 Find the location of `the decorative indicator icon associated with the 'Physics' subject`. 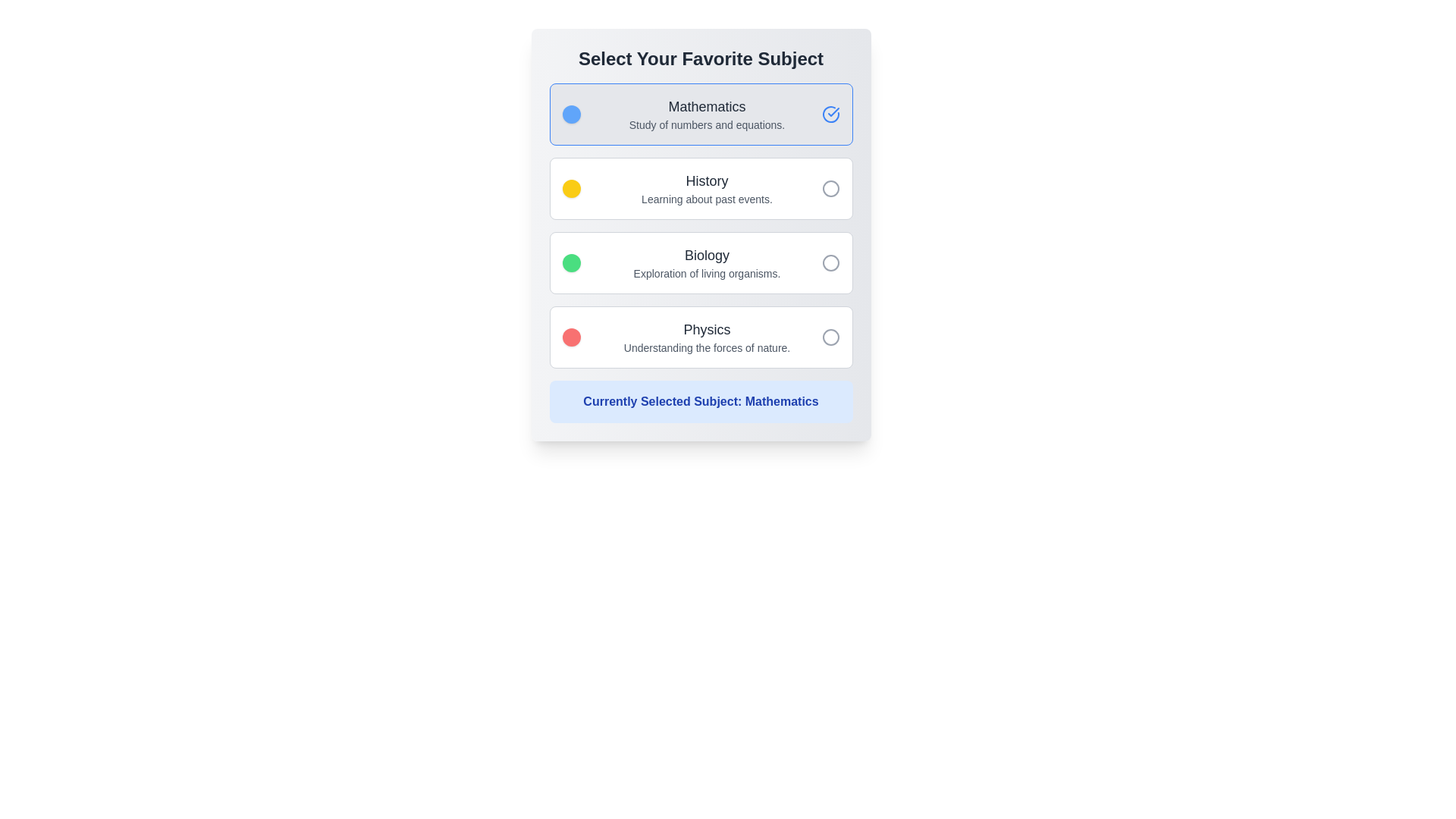

the decorative indicator icon associated with the 'Physics' subject is located at coordinates (570, 336).